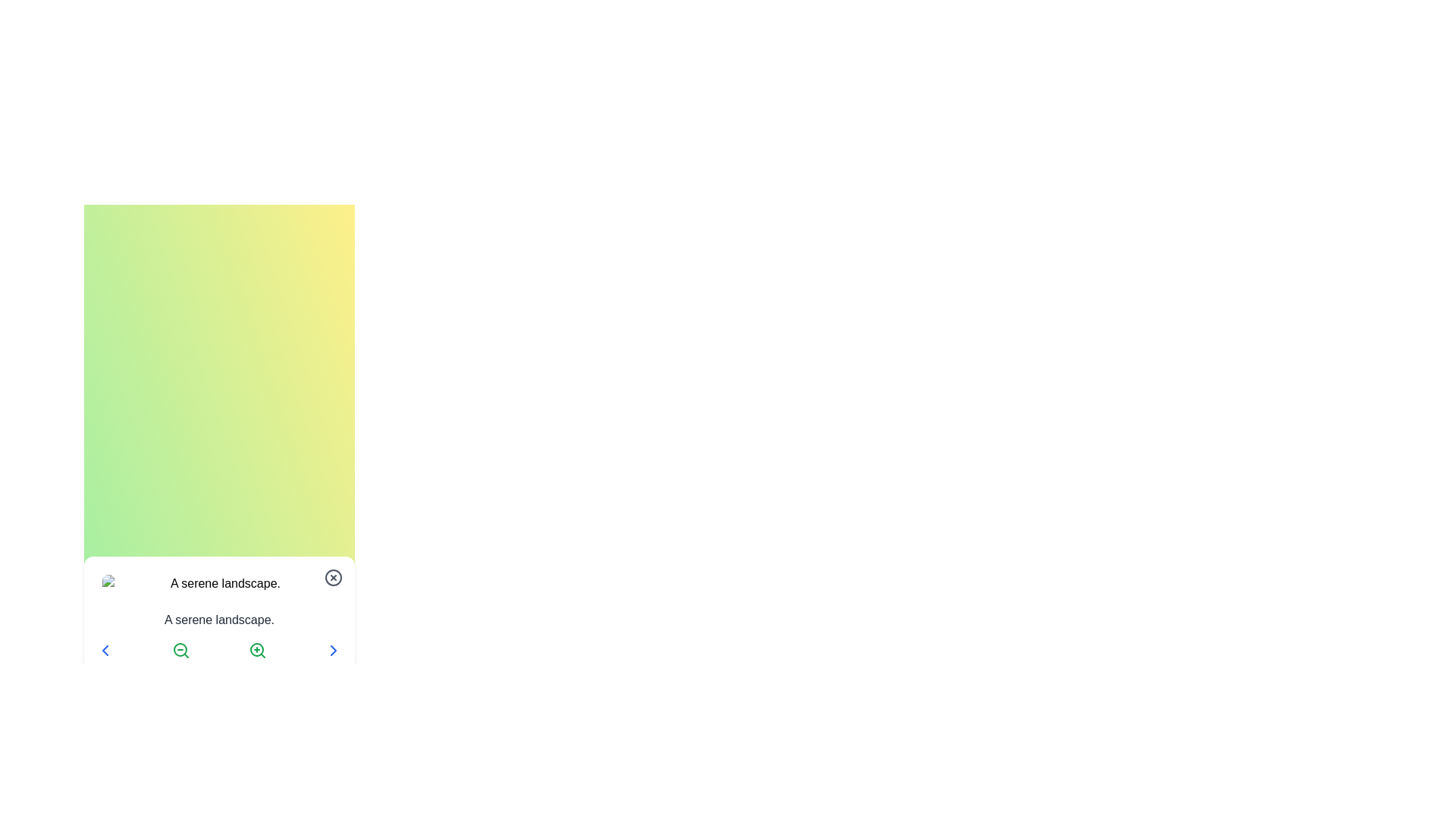 This screenshot has height=819, width=1456. I want to click on the interactive controls in the toolbar located at the bottom of the card component for visual feedback, so click(218, 649).